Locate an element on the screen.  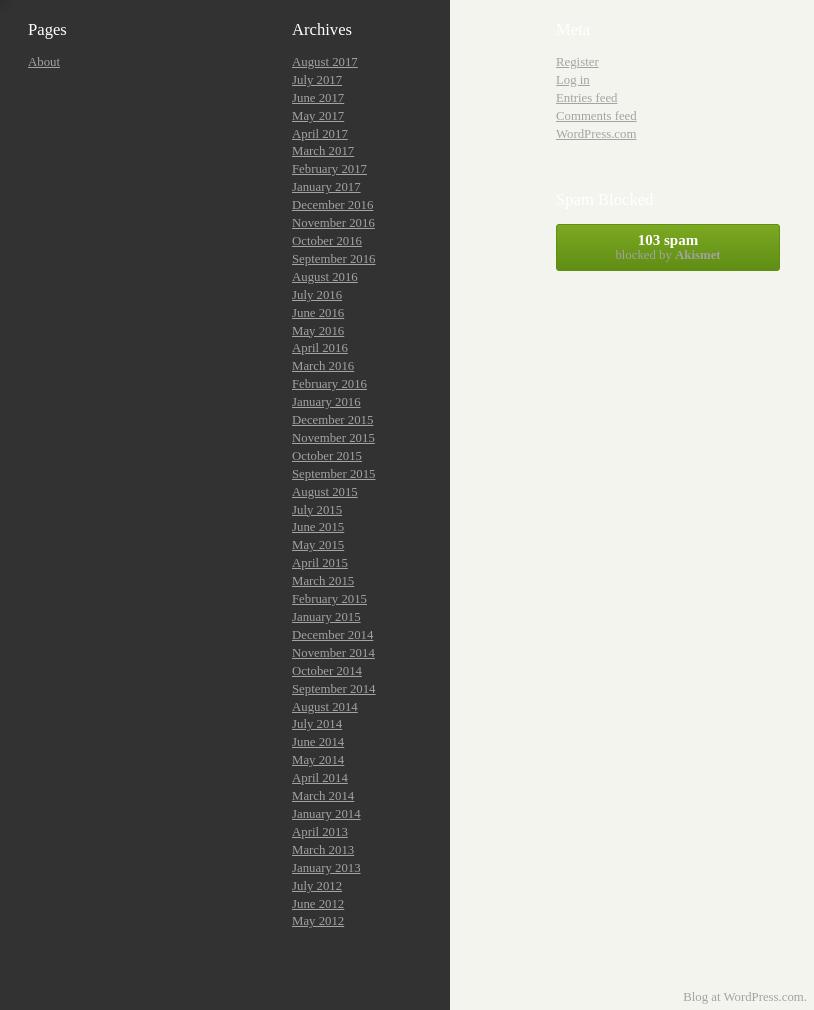
'October 2016' is located at coordinates (326, 238).